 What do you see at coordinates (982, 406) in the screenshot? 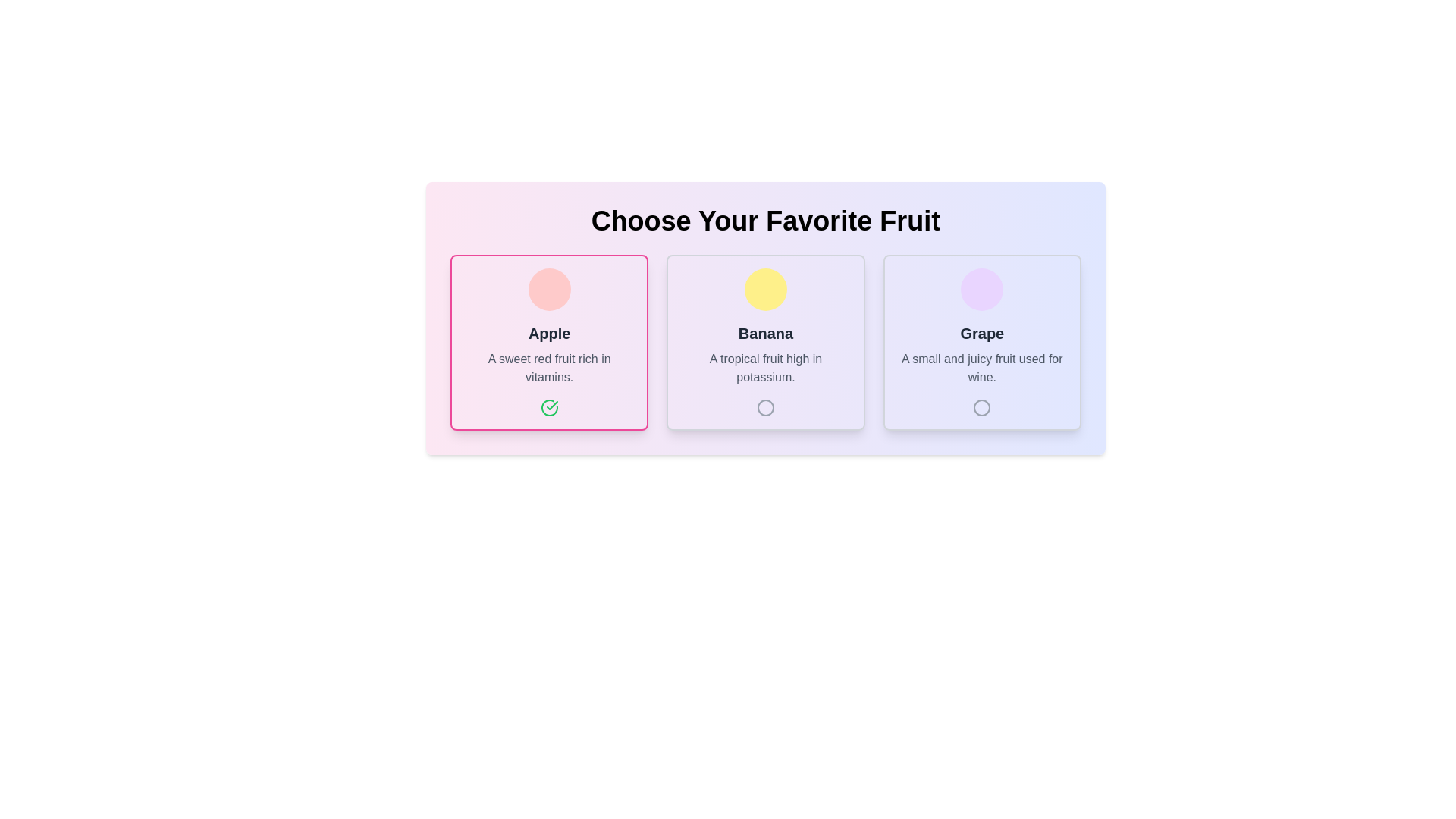
I see `the radio button (circle indicator) located centrally below the 'Grape' card in the third column of the fruit selection interface to indicate focus` at bounding box center [982, 406].